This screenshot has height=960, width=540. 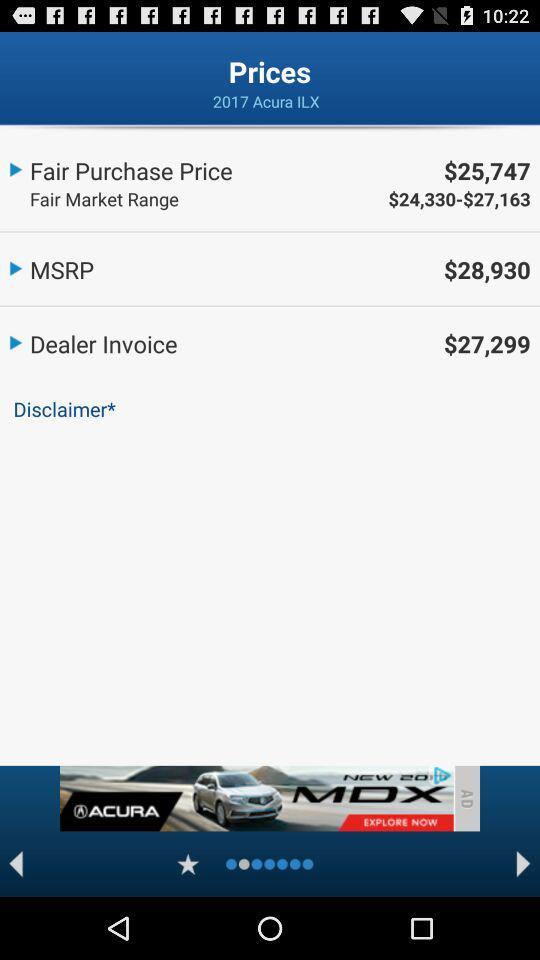 What do you see at coordinates (188, 863) in the screenshot?
I see `rating` at bounding box center [188, 863].